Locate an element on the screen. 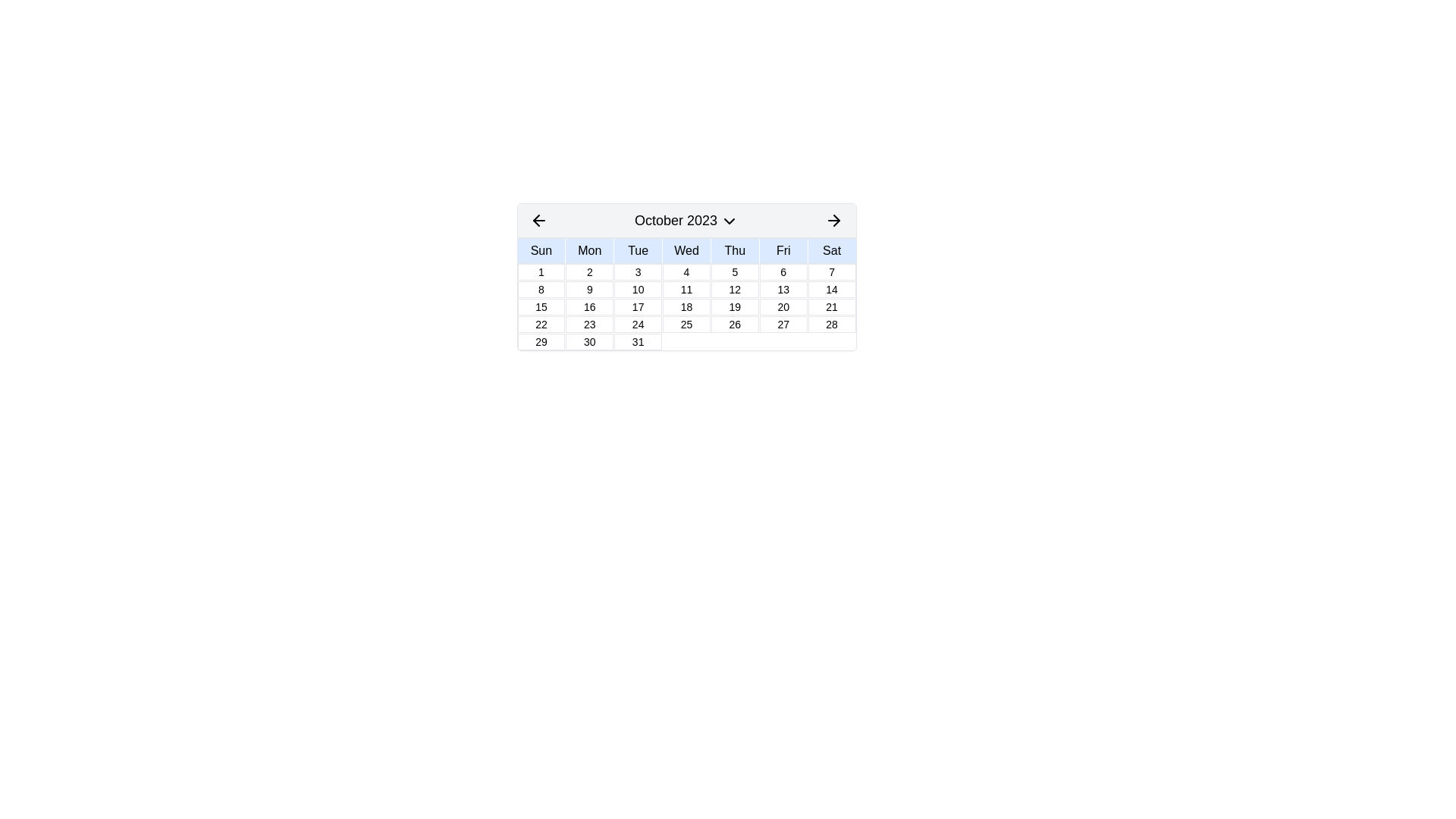 The height and width of the screenshot is (819, 1456). numerical text '13' from the centered text label located in the Friday column of the calendar grid is located at coordinates (783, 289).